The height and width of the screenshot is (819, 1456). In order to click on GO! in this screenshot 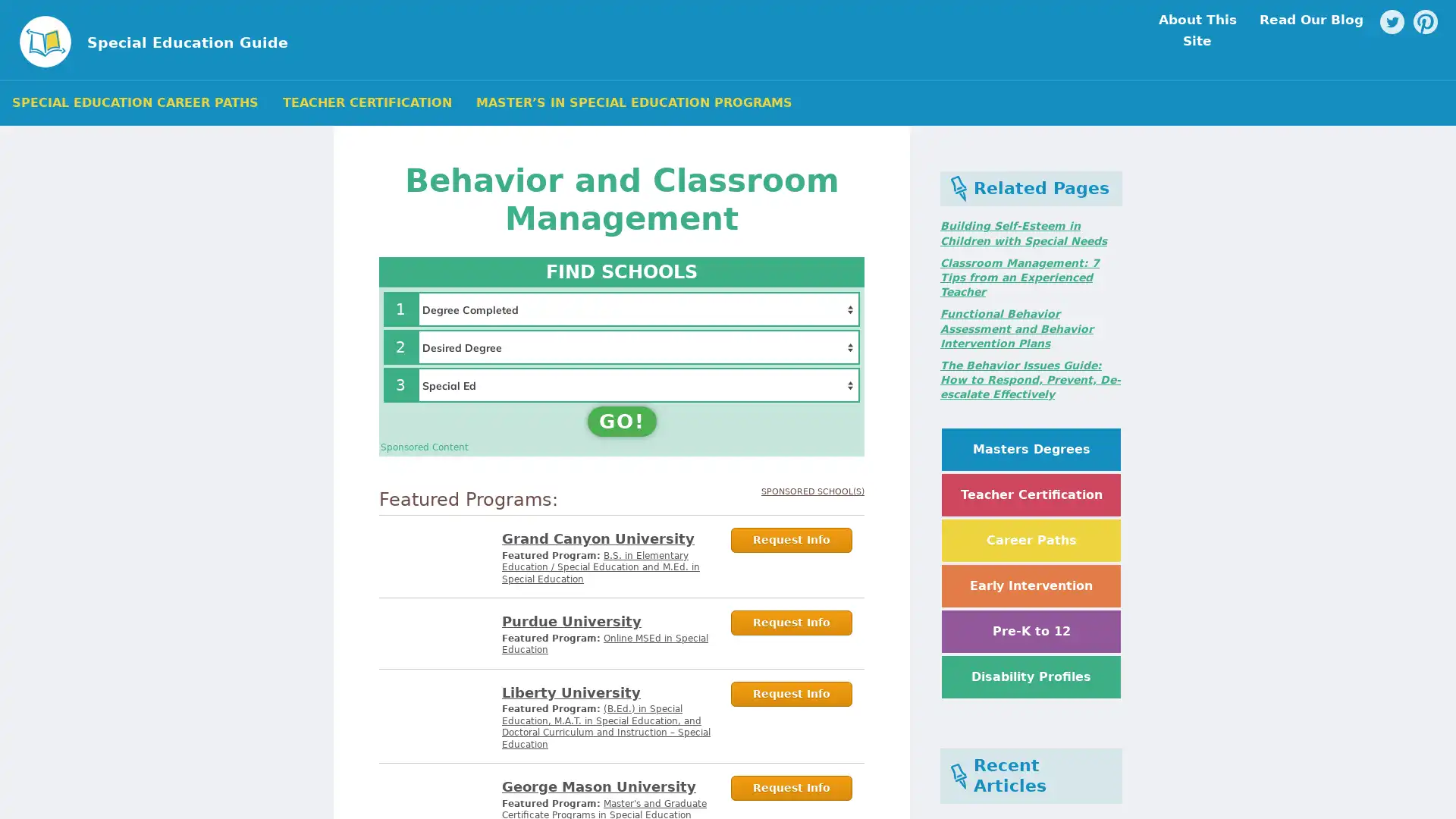, I will do `click(621, 421)`.